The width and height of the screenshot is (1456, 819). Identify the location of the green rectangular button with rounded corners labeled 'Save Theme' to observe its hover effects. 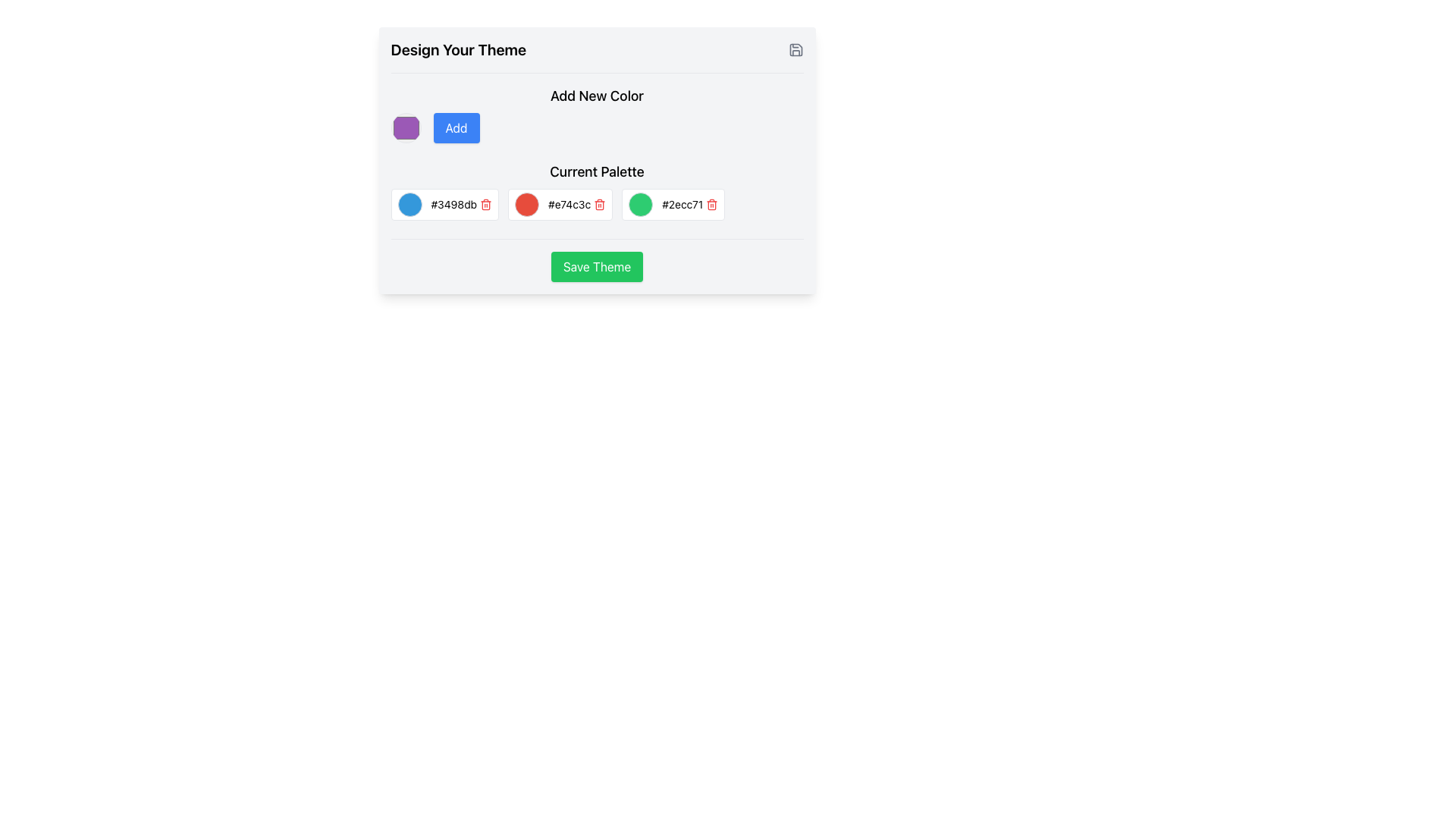
(596, 259).